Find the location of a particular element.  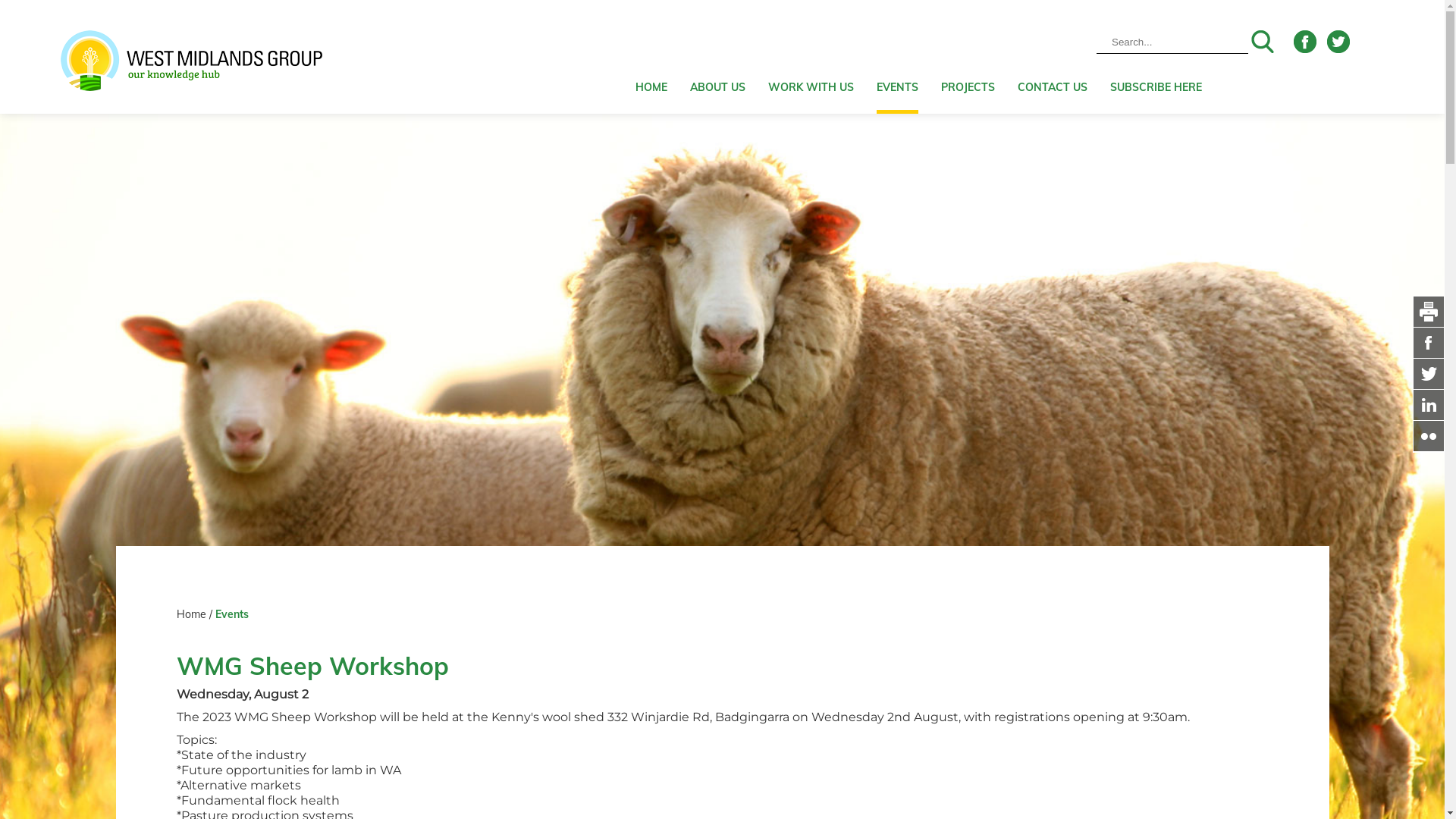

'PROJECTS' is located at coordinates (967, 55).